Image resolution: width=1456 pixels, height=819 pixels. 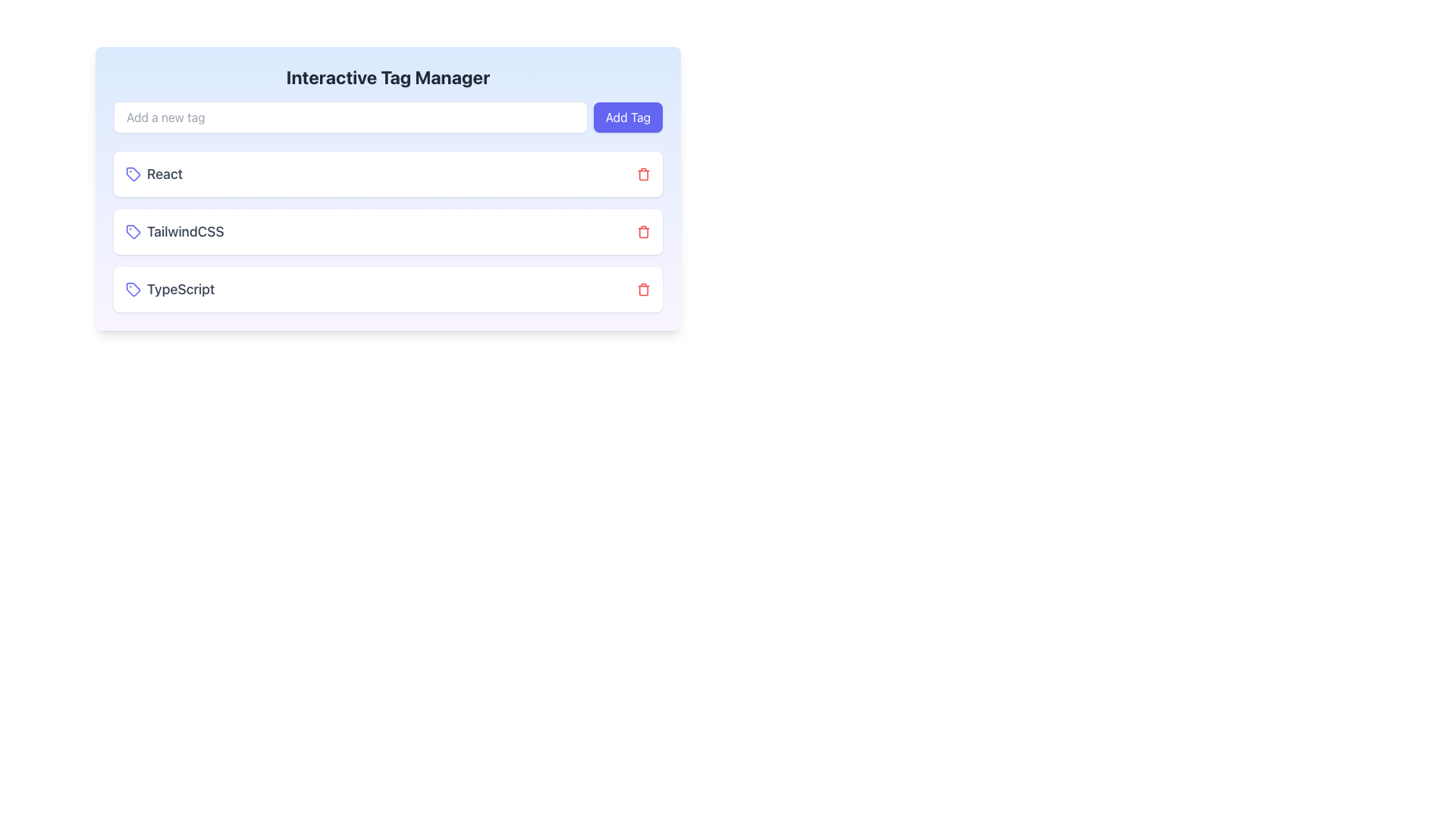 I want to click on the third delete icon, so click(x=644, y=289).